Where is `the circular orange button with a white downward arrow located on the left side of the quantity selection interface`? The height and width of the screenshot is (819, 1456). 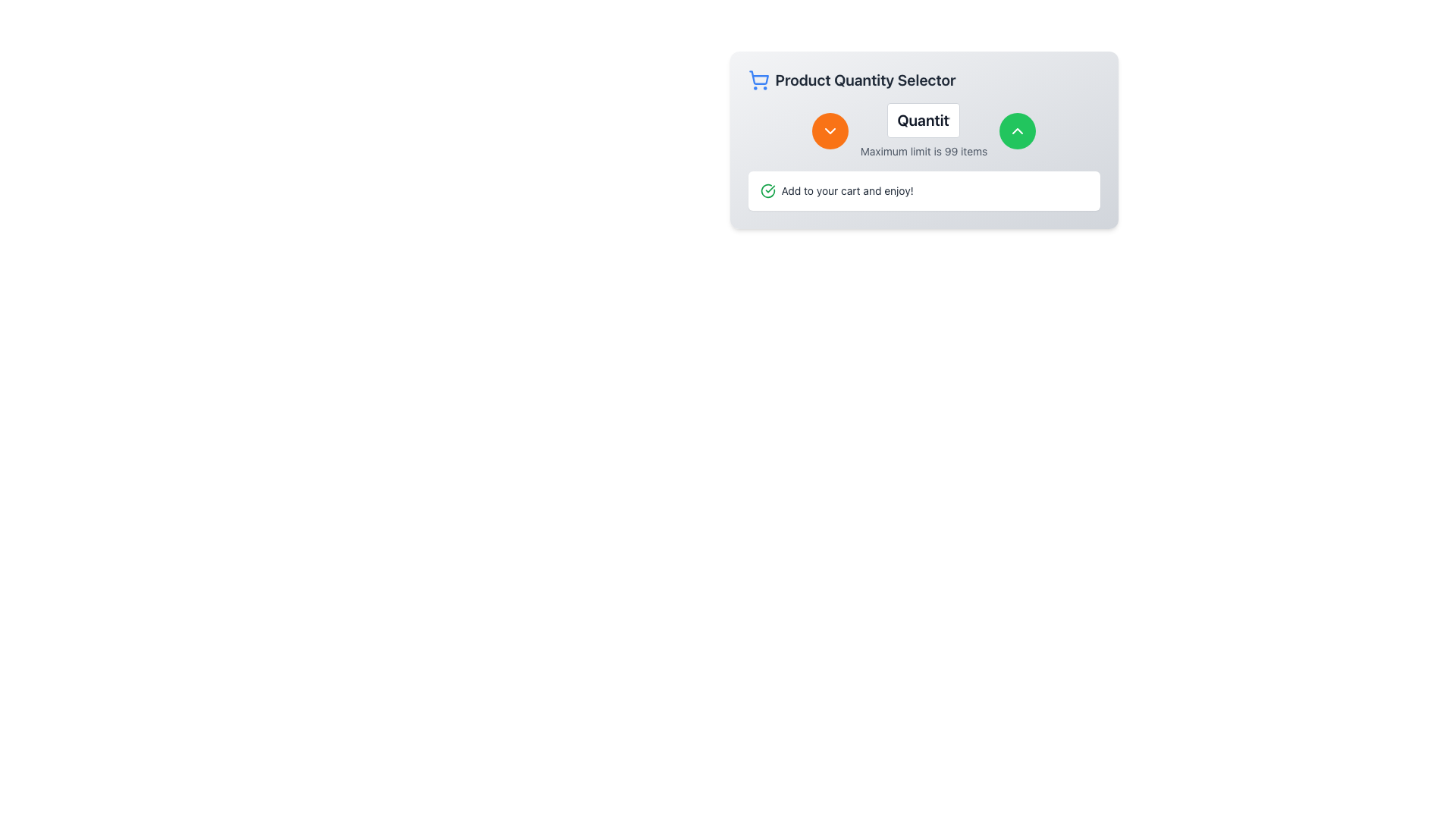
the circular orange button with a white downward arrow located on the left side of the quantity selection interface is located at coordinates (829, 130).